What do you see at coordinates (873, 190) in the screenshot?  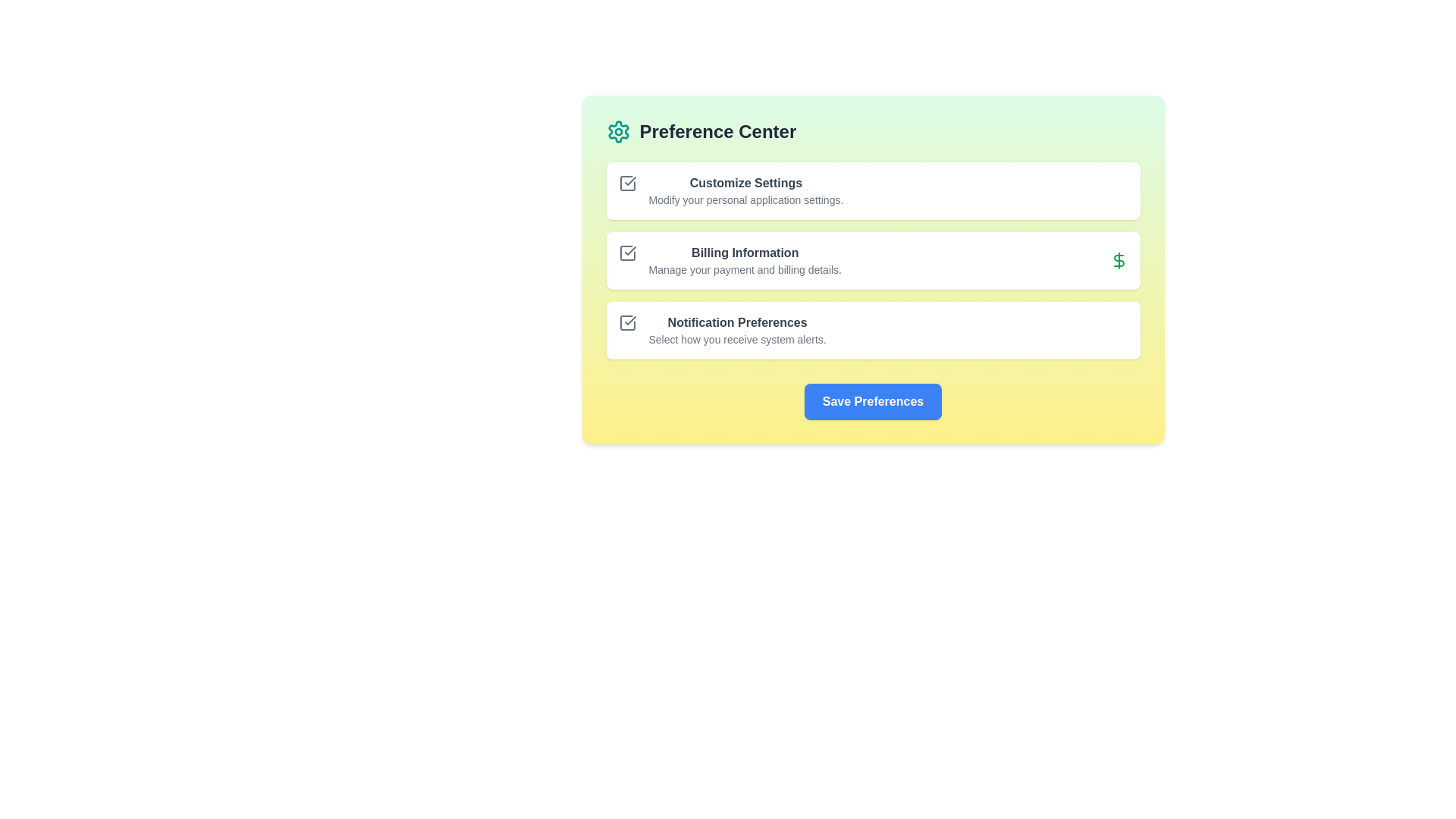 I see `the Card-like option item in the 'Preference Center' section, which provides a summary for customizing personal application settings` at bounding box center [873, 190].